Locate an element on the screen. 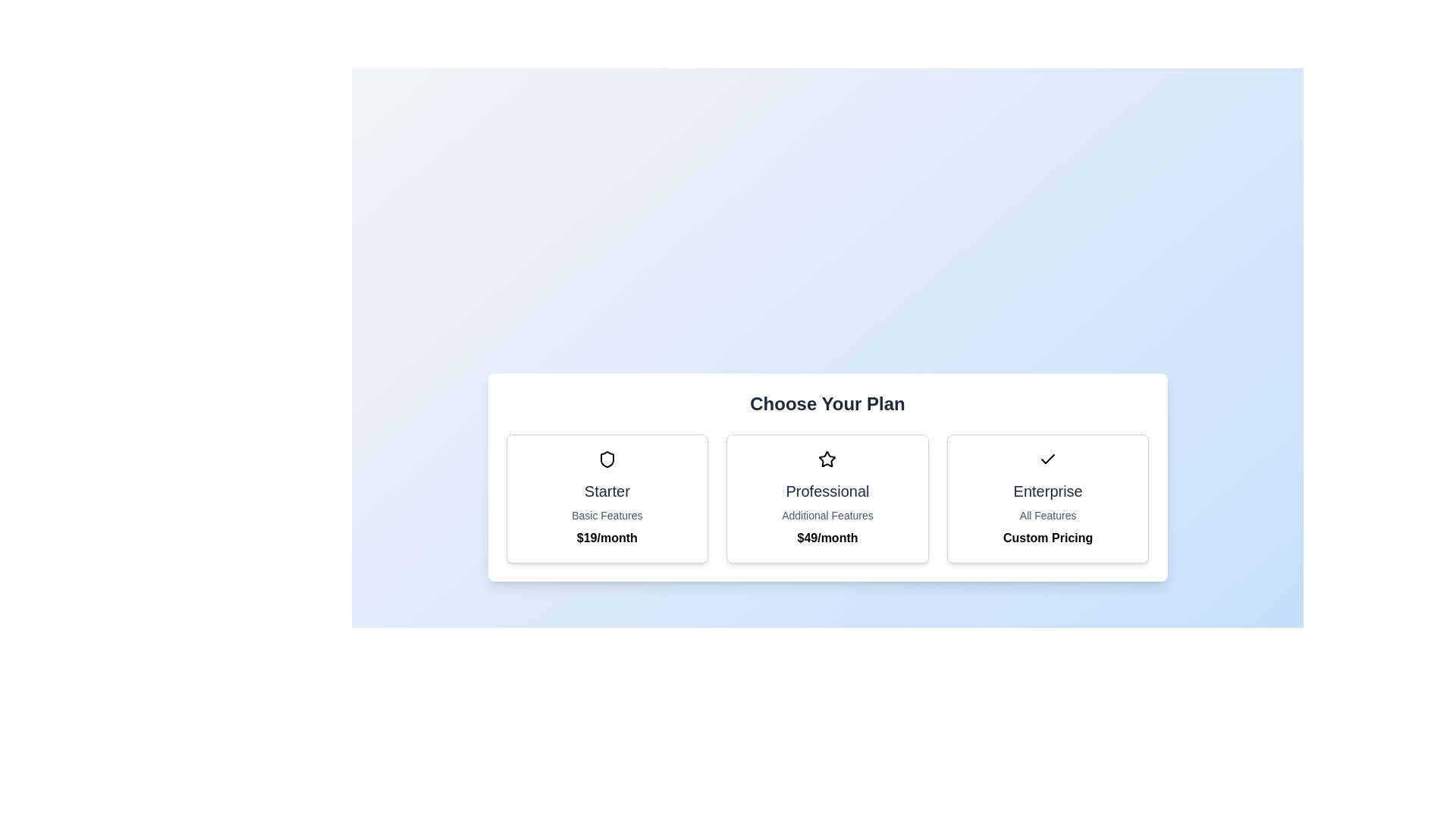  the decorative icon located above the 'Professional' text in the middle pricing card of the three-card layout is located at coordinates (827, 458).